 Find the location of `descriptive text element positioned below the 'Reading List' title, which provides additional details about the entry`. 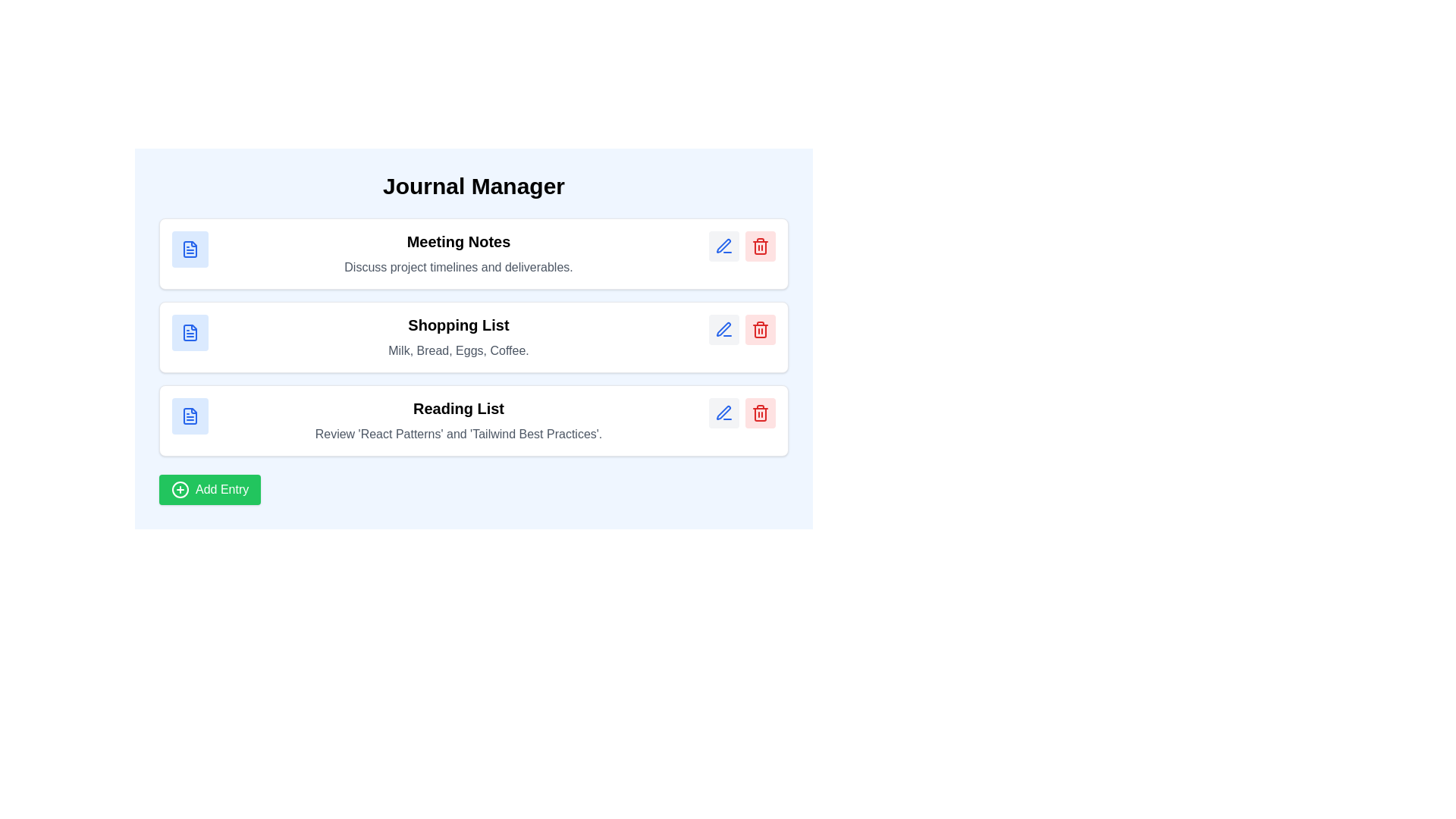

descriptive text element positioned below the 'Reading List' title, which provides additional details about the entry is located at coordinates (457, 435).